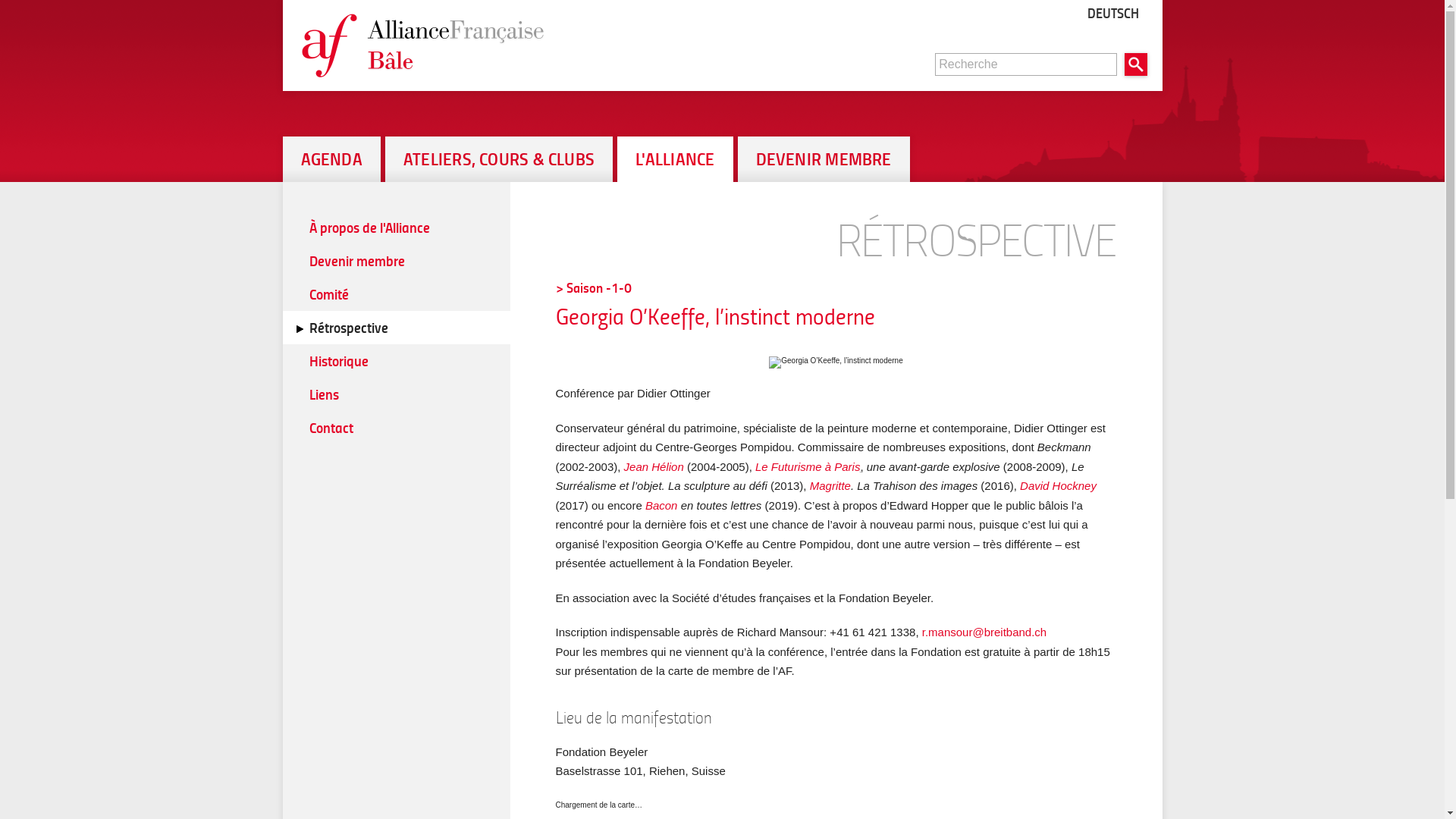 This screenshot has height=819, width=1456. Describe the element at coordinates (673, 158) in the screenshot. I see `'L'ALLIANCE'` at that location.